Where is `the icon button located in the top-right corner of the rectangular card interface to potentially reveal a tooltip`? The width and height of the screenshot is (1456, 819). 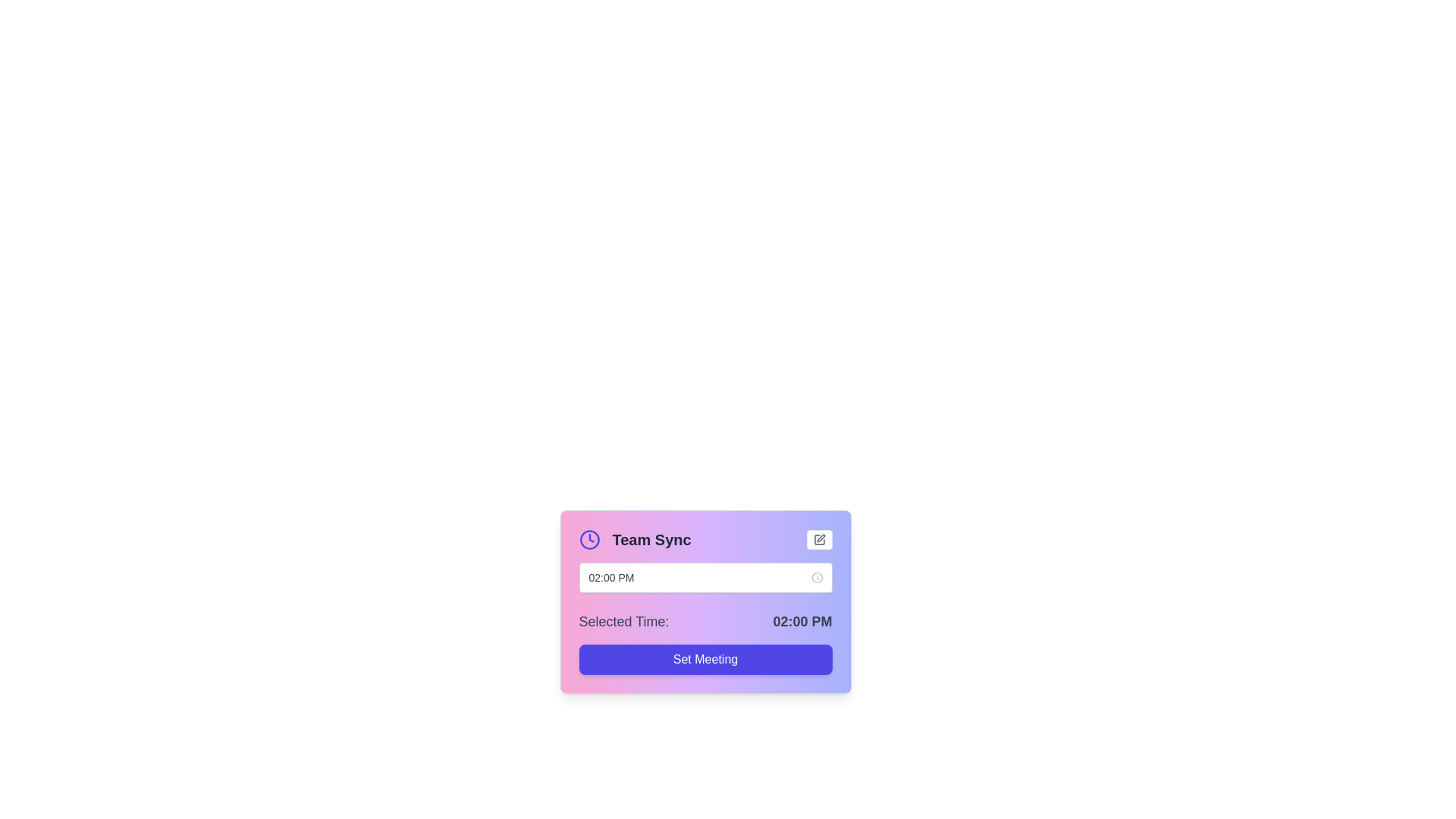
the icon button located in the top-right corner of the rectangular card interface to potentially reveal a tooltip is located at coordinates (818, 539).